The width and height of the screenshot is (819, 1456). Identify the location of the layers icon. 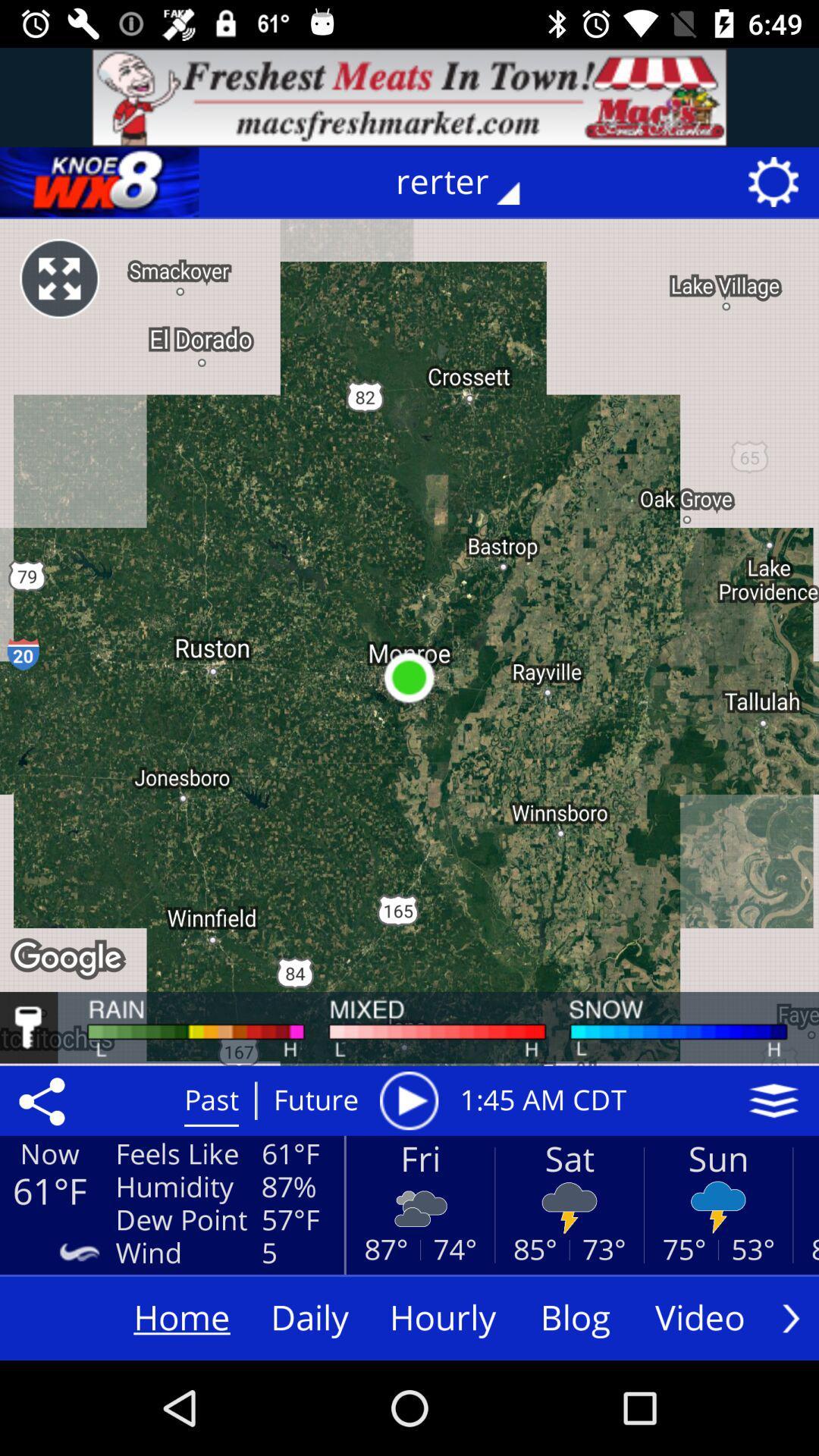
(773, 1100).